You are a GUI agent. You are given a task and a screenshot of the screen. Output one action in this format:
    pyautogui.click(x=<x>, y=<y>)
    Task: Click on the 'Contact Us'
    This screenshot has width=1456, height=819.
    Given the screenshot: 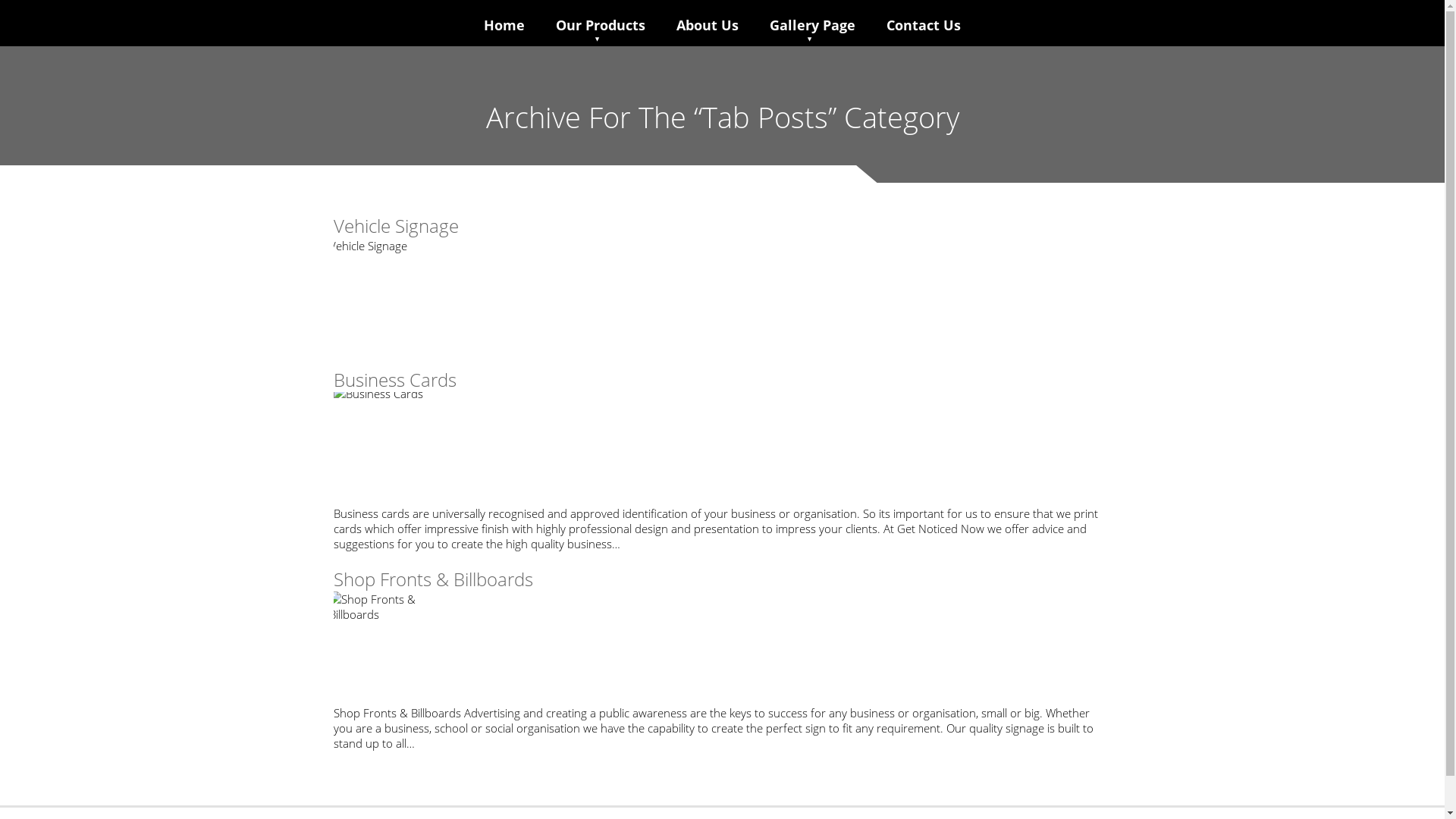 What is the action you would take?
    pyautogui.click(x=922, y=25)
    